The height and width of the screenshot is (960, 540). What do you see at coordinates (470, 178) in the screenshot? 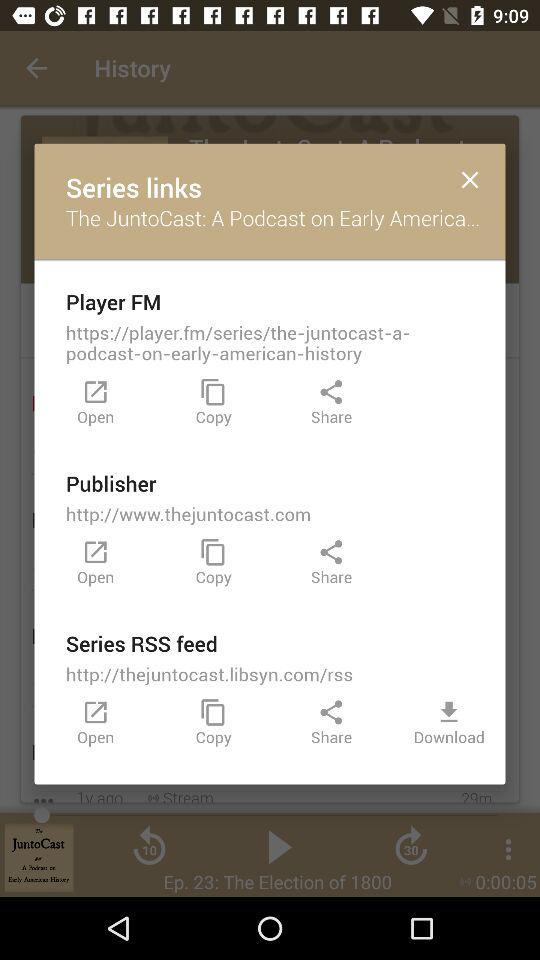
I see `item next to series links icon` at bounding box center [470, 178].